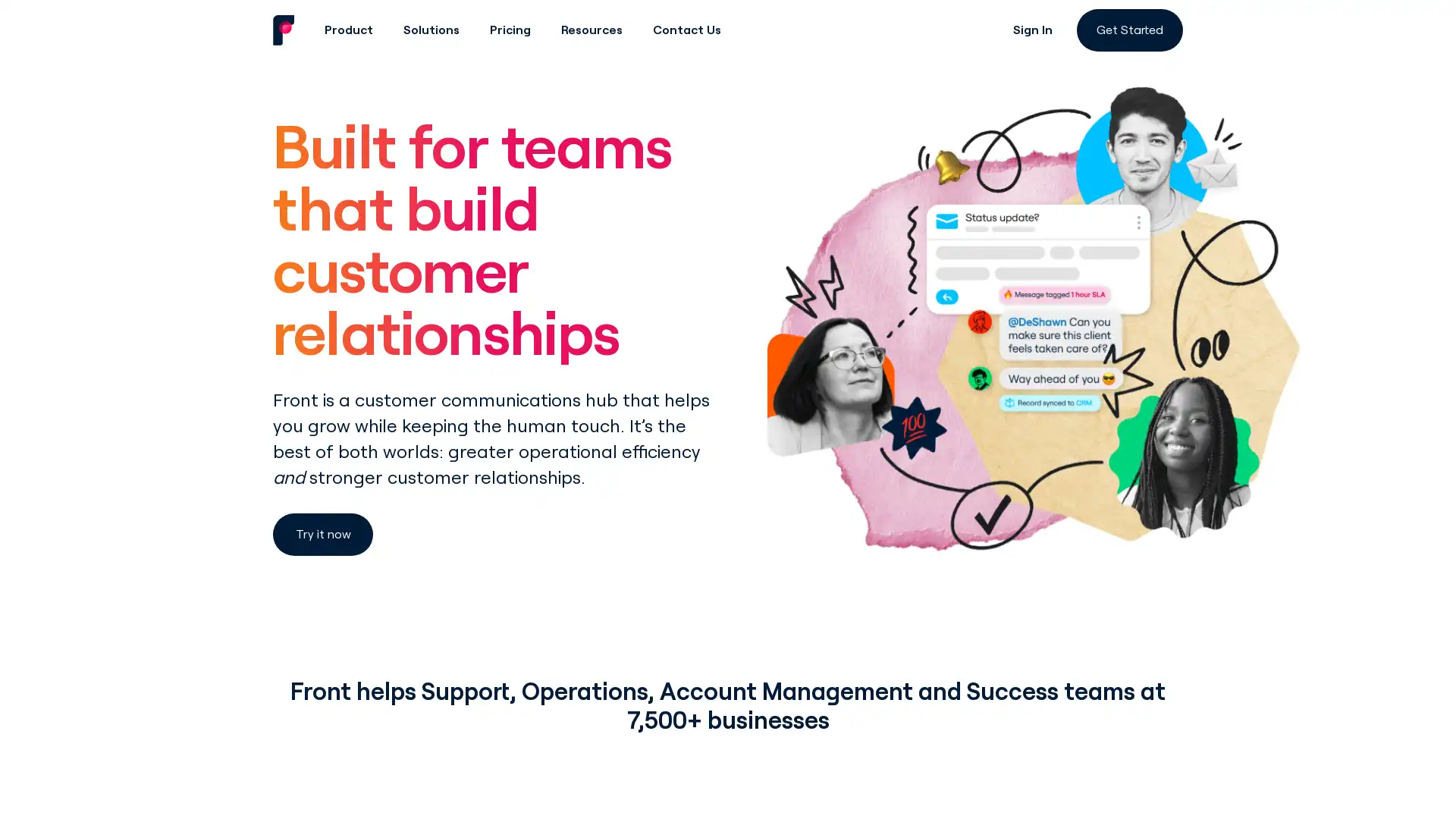 The width and height of the screenshot is (1456, 819). What do you see at coordinates (1129, 30) in the screenshot?
I see `Get Started` at bounding box center [1129, 30].